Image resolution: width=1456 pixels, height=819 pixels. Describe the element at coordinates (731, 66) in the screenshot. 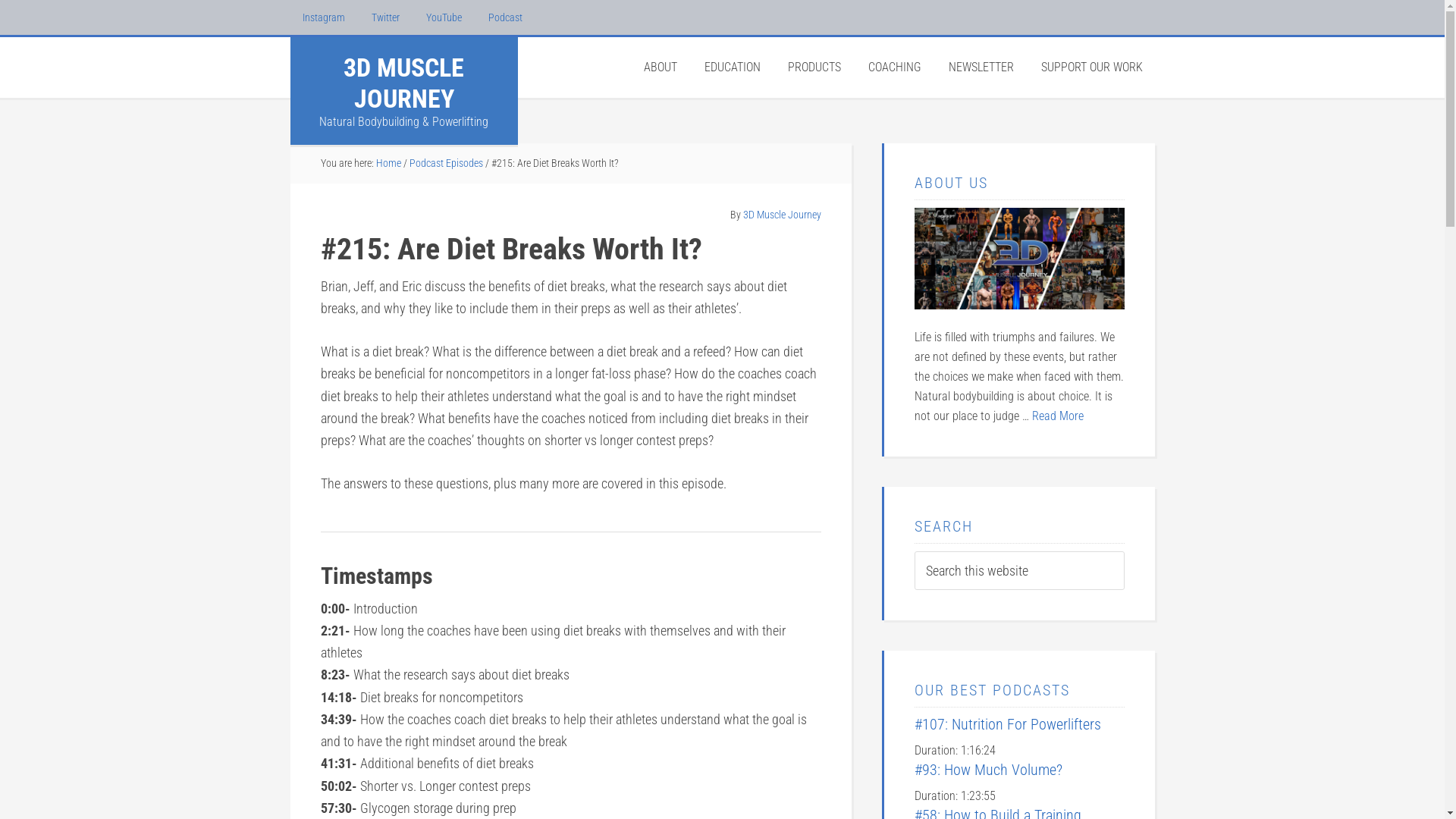

I see `'EDUCATION'` at that location.